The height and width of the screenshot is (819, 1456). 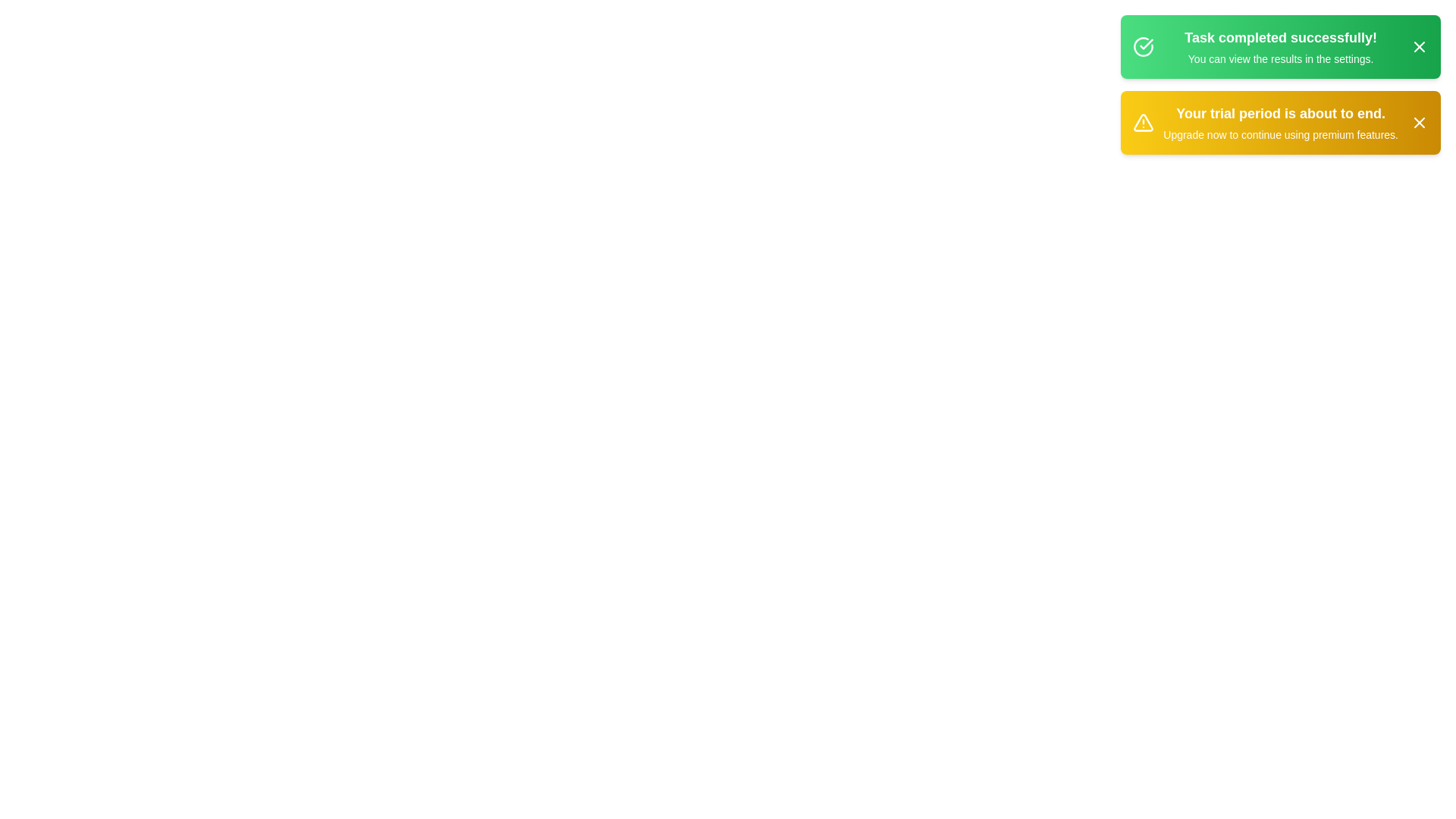 I want to click on the notification with ID success_notification to observe the hover effect, so click(x=1280, y=45).